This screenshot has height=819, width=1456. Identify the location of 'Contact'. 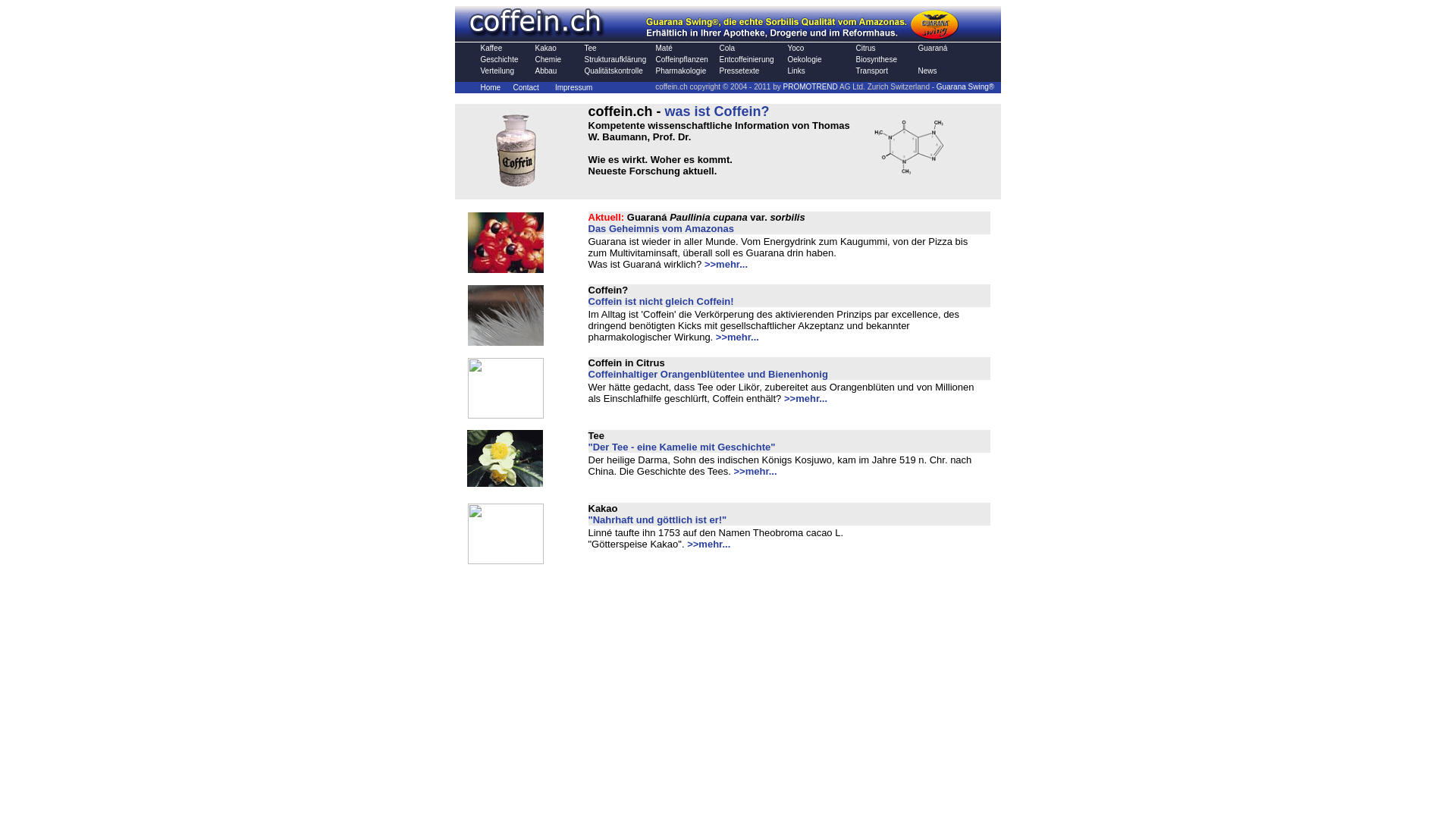
(525, 87).